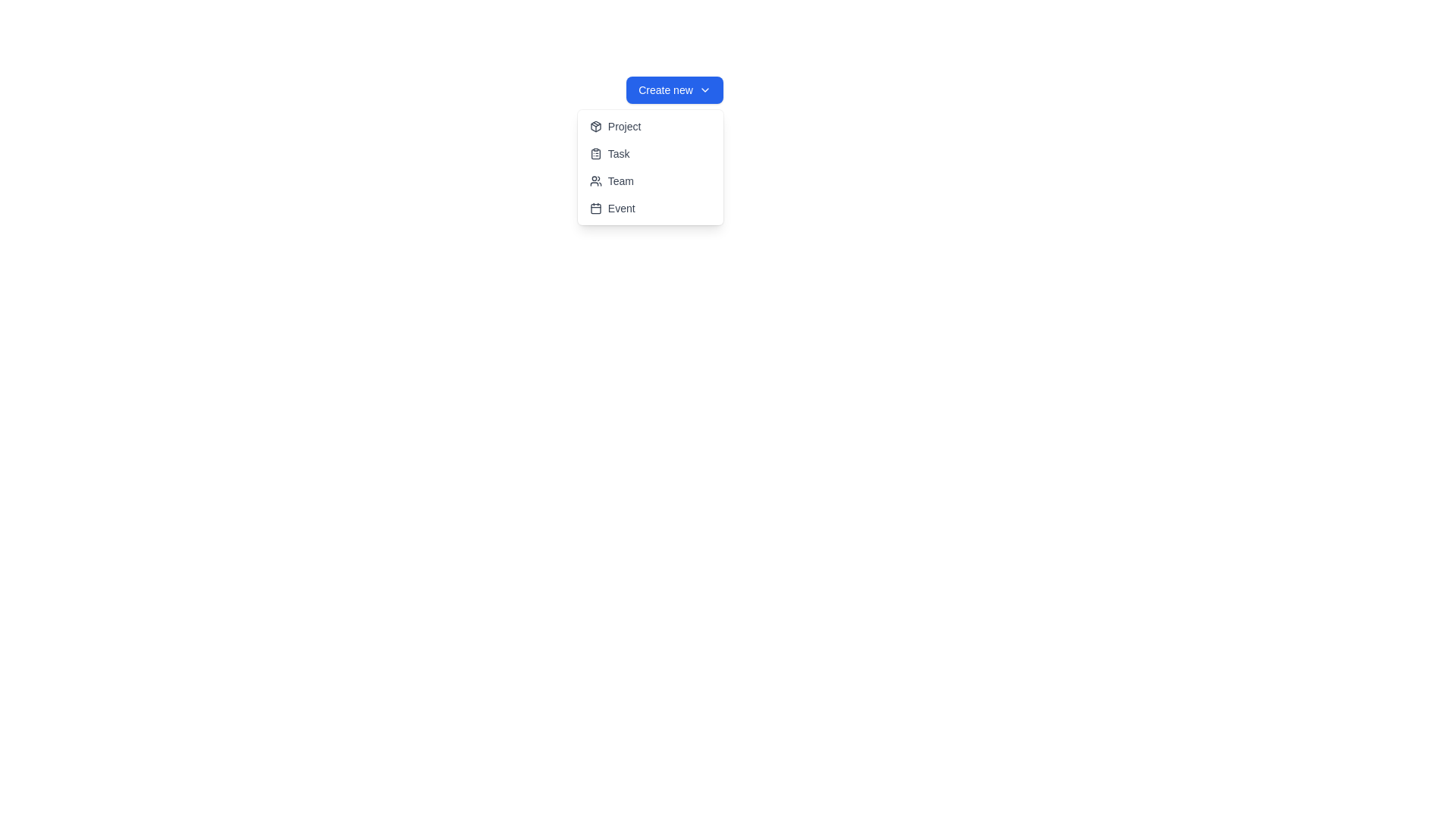 Image resolution: width=1456 pixels, height=819 pixels. Describe the element at coordinates (595, 154) in the screenshot. I see `the decorative graphic icon located in the second row of the menu, to the left of the text 'Task'` at that location.